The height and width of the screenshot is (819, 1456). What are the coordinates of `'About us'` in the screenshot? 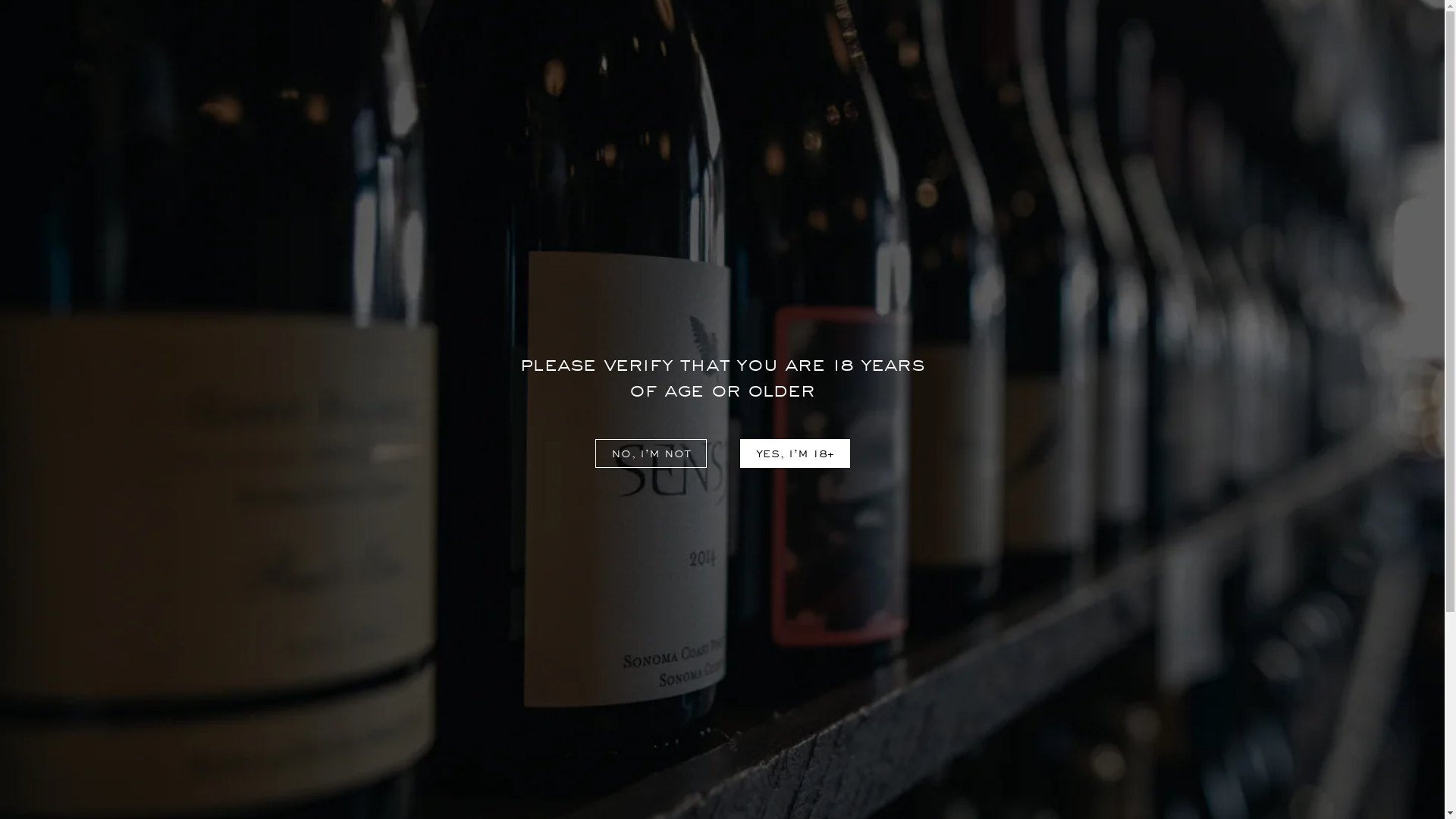 It's located at (461, 684).